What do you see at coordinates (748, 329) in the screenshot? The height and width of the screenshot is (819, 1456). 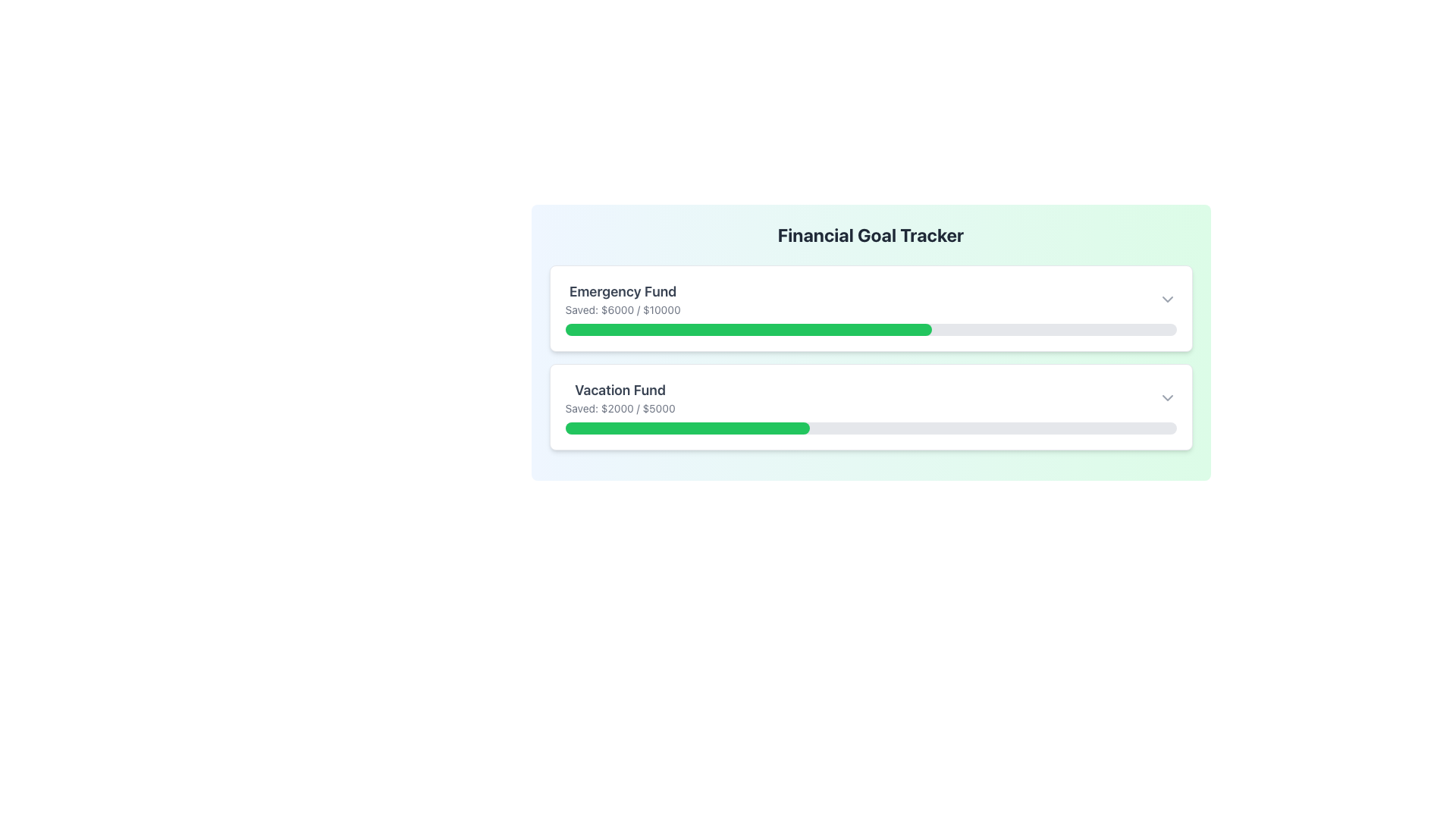 I see `the Progress Bar that indicates 60% savings for the Emergency Fund, which is located under the 'Emergency Fund' label` at bounding box center [748, 329].